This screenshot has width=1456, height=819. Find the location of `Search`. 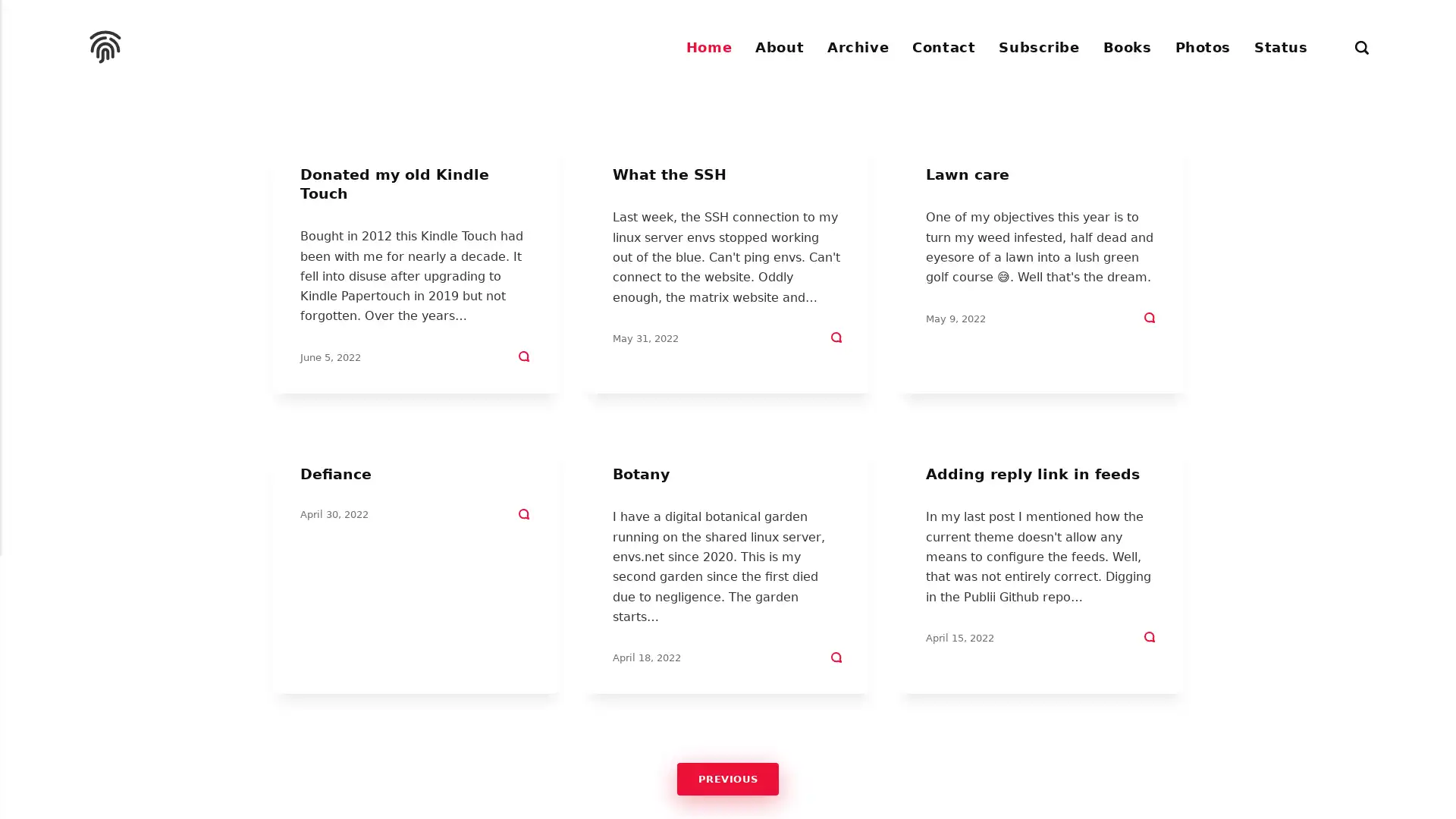

Search is located at coordinates (1361, 45).